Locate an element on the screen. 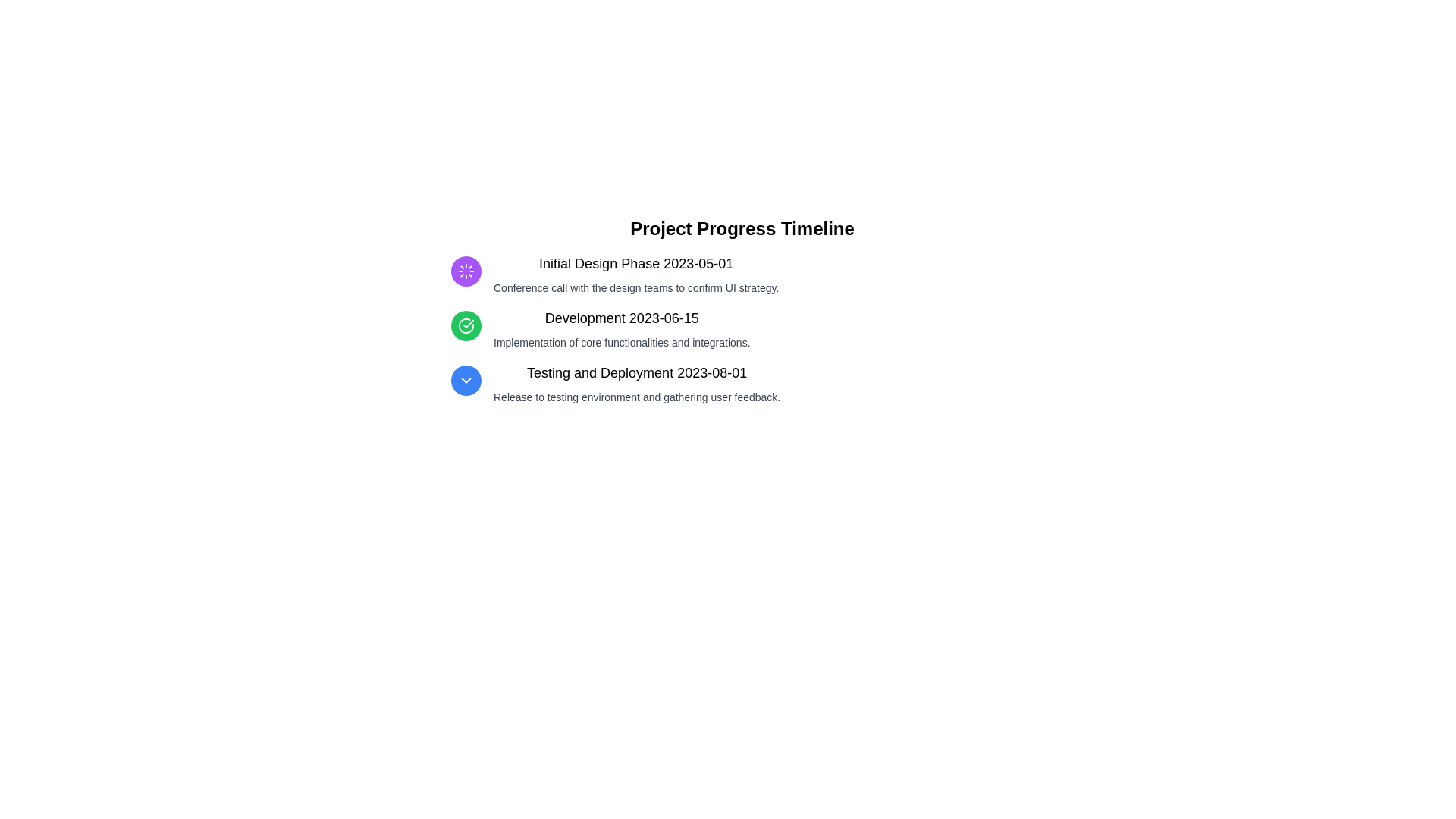  the text element that provides additional context related to the 'Testing and Deployment 2023-08-01' milestone, positioned below the bold text labeled 'Testing and Deployment 2023-08-01' is located at coordinates (637, 397).